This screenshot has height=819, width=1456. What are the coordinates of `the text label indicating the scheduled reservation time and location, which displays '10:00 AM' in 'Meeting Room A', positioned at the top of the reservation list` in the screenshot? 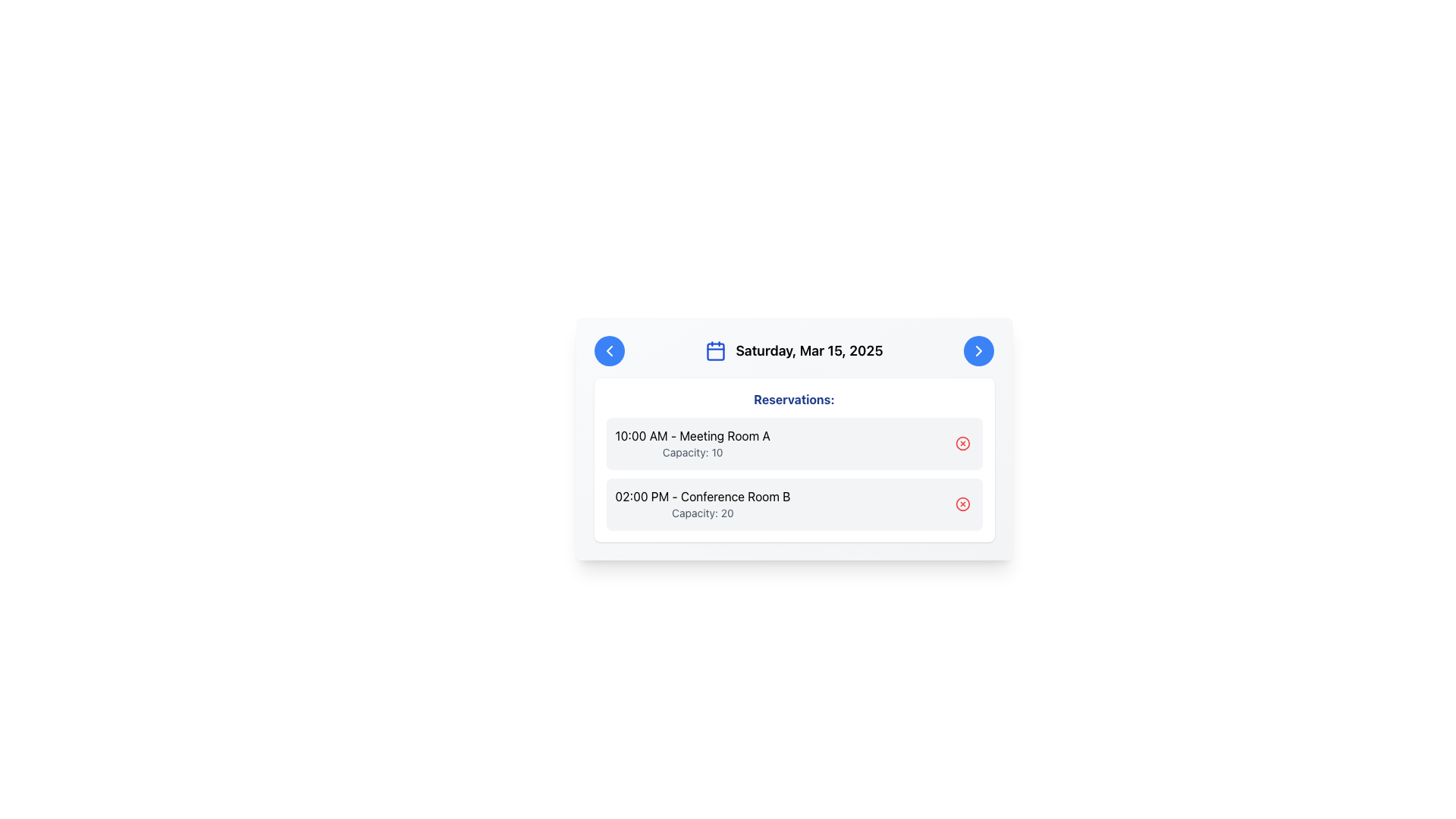 It's located at (692, 435).